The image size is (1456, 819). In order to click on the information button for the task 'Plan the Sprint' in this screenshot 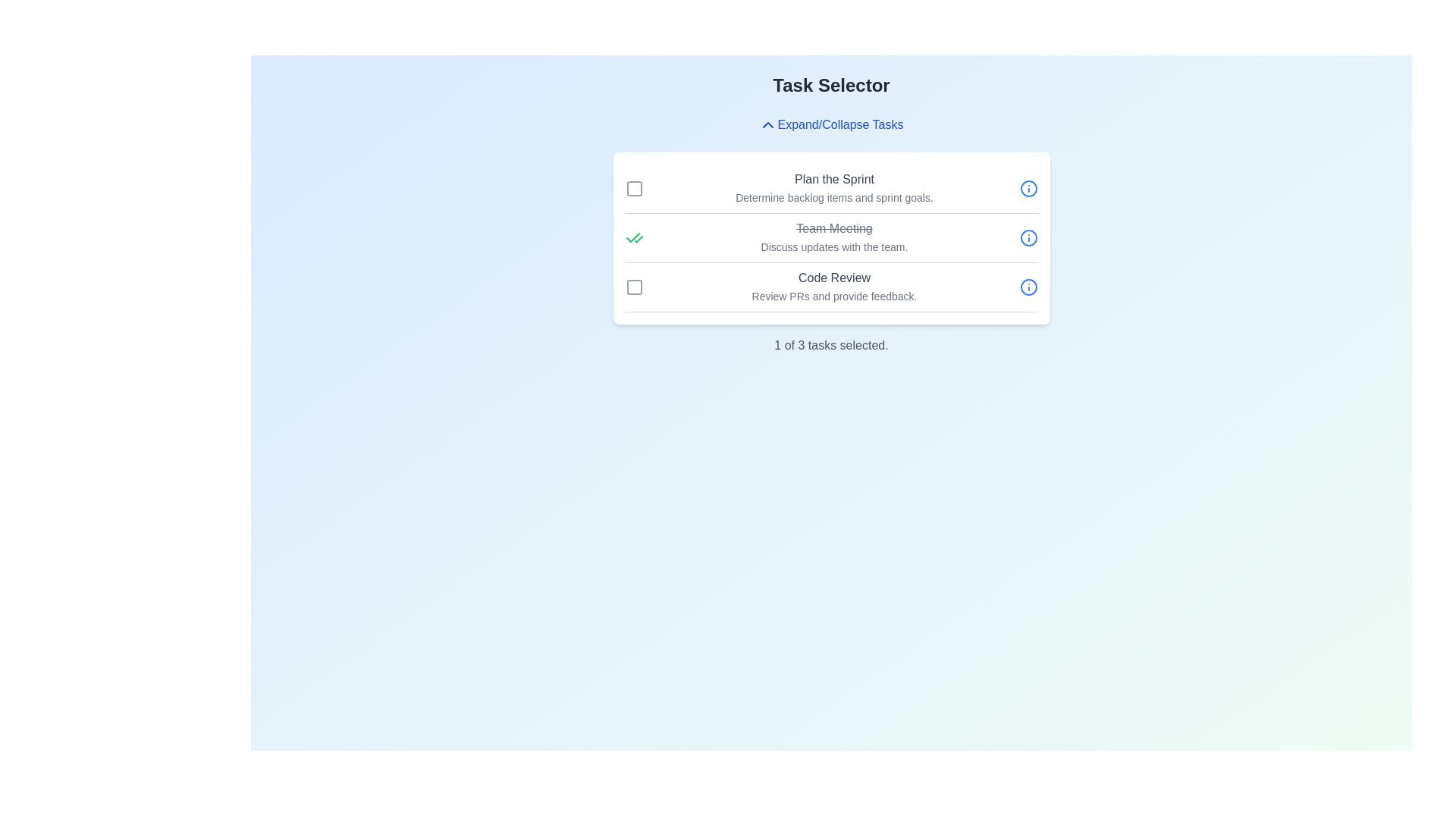, I will do `click(1028, 188)`.